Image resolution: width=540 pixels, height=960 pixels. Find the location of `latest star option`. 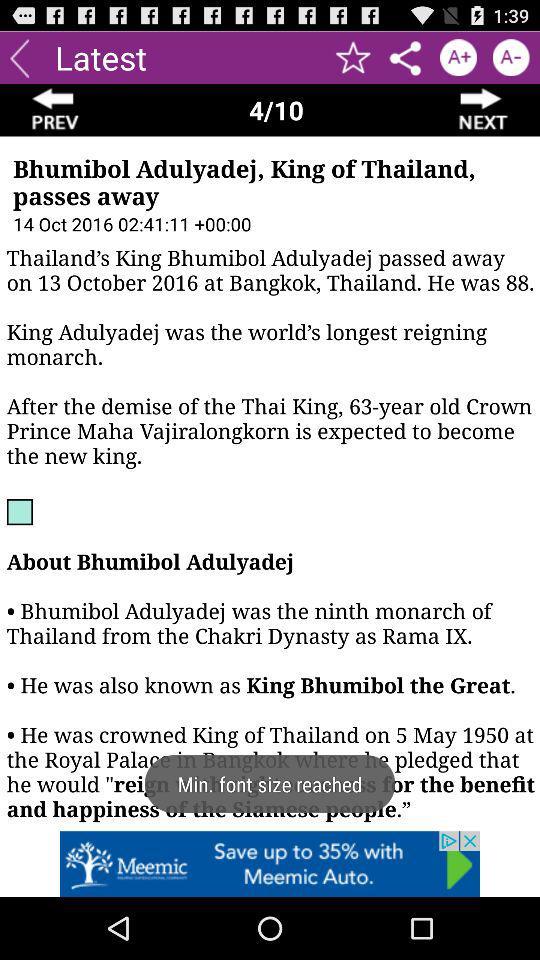

latest star option is located at coordinates (352, 56).